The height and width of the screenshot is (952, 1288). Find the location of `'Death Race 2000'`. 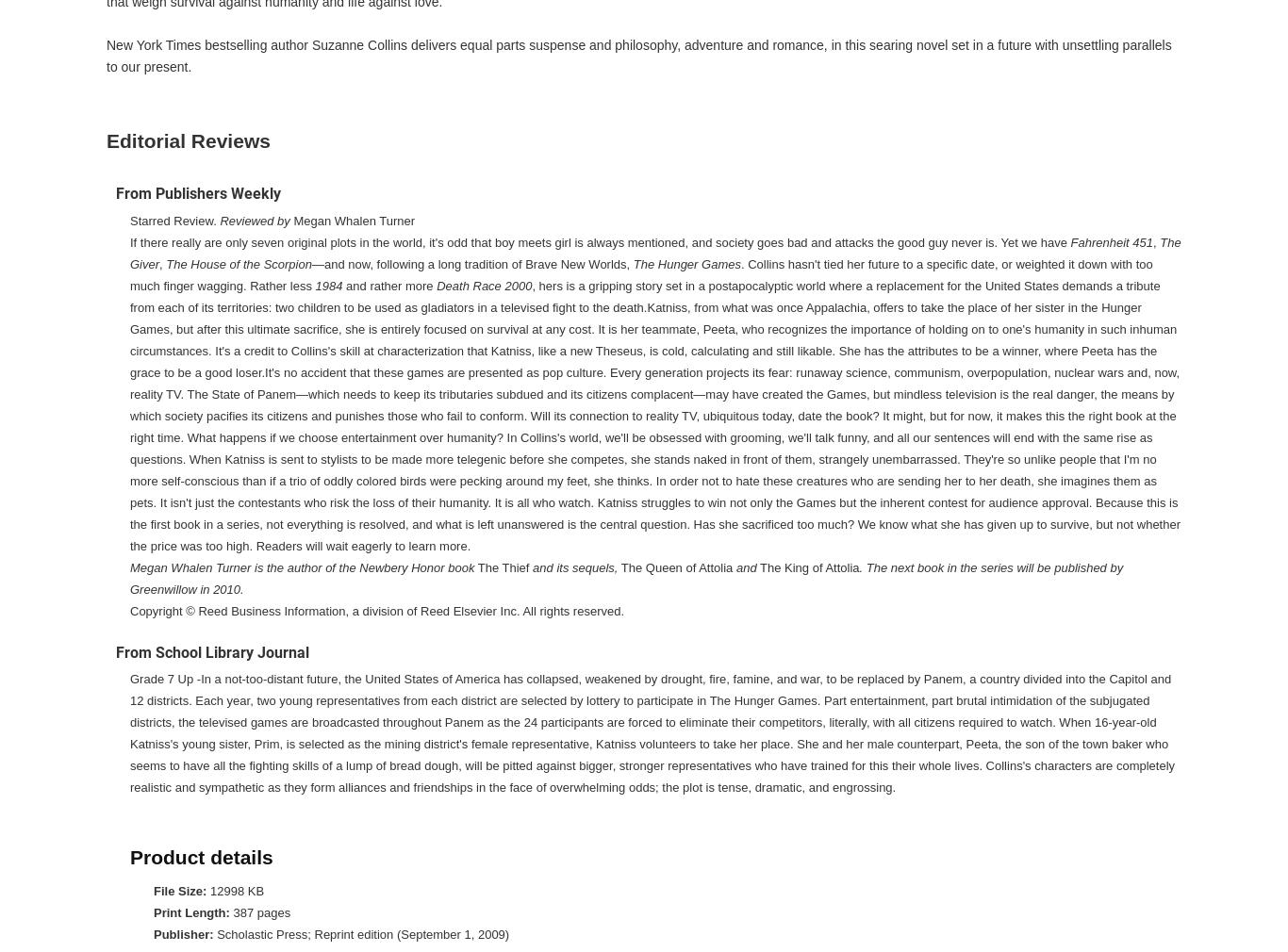

'Death Race 2000' is located at coordinates (484, 285).